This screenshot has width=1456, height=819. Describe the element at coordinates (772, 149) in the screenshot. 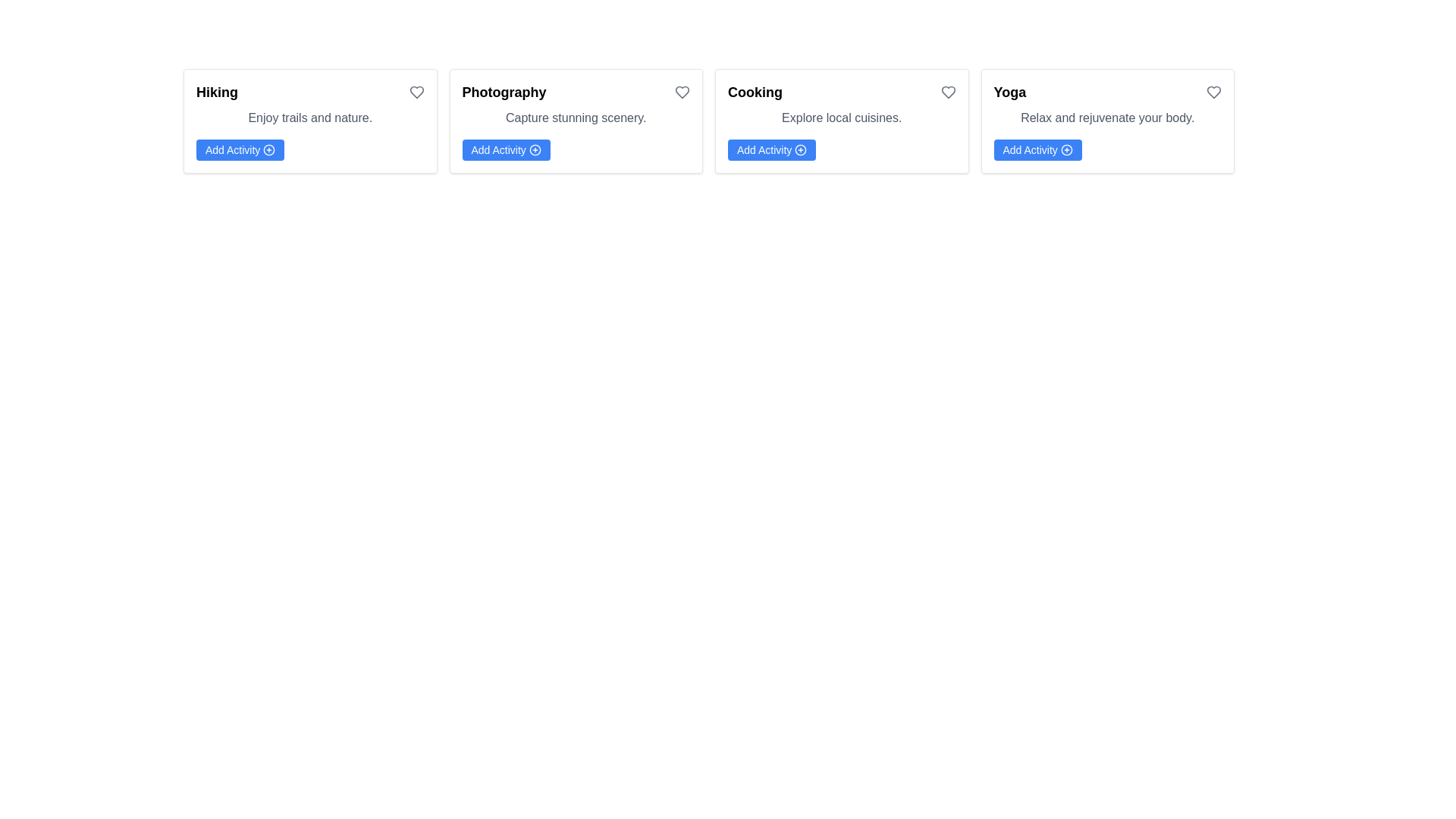

I see `the 'Add Cooking' button located at the bottom of the 'Cooking' card to observe the hover effects` at that location.